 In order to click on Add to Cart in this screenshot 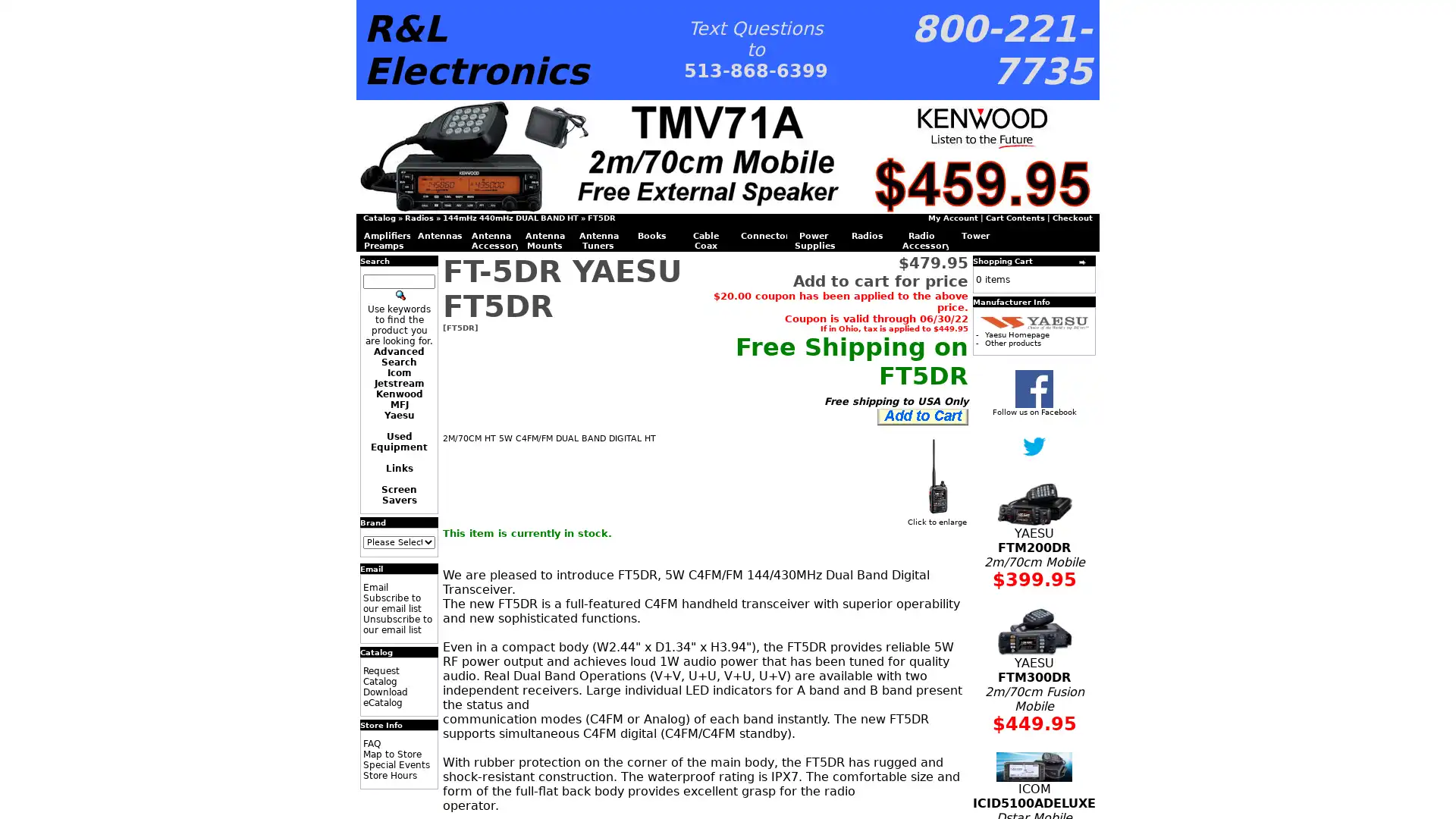, I will do `click(922, 417)`.